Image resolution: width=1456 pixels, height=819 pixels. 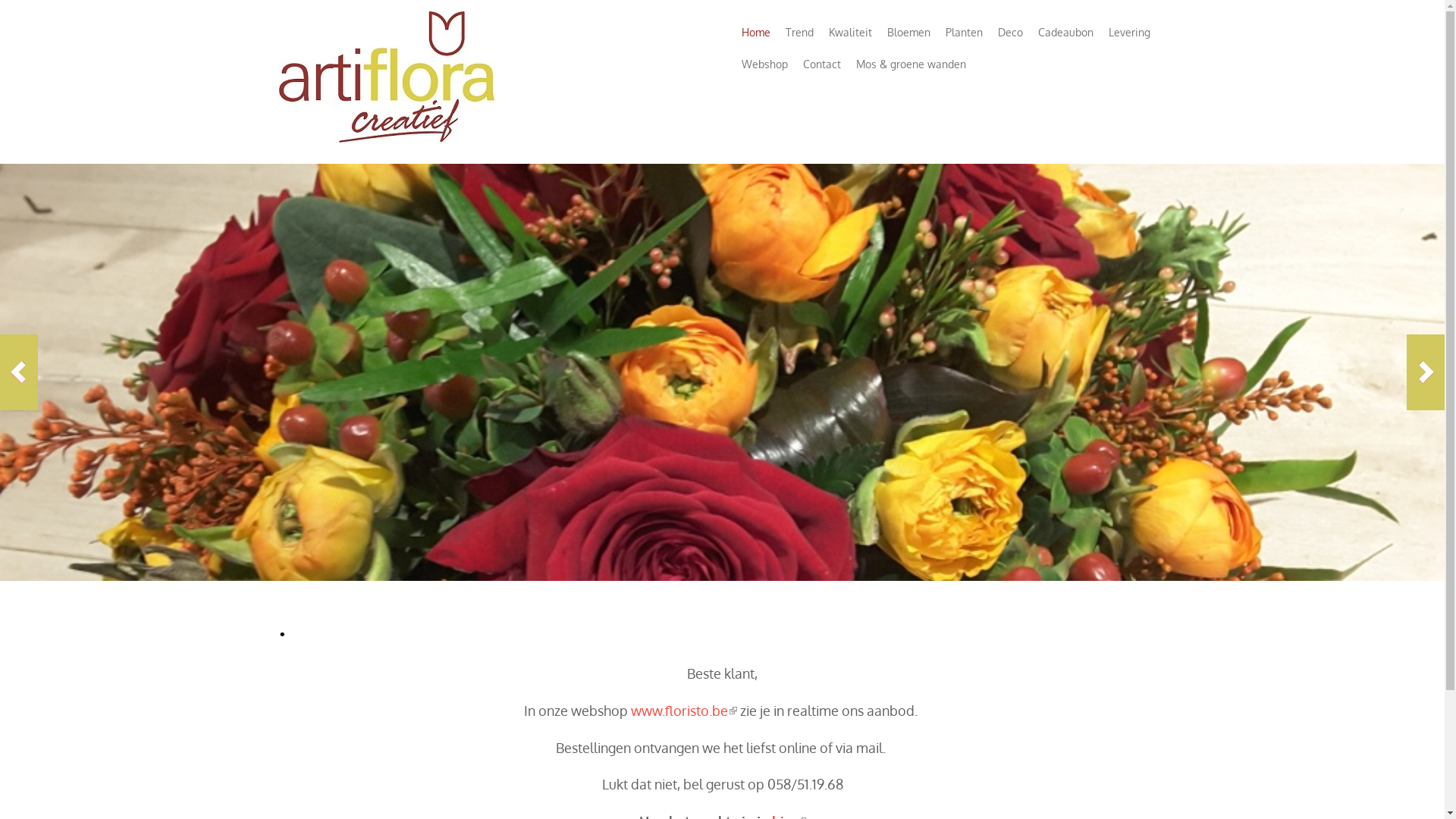 I want to click on 'Previous', so click(x=18, y=372).